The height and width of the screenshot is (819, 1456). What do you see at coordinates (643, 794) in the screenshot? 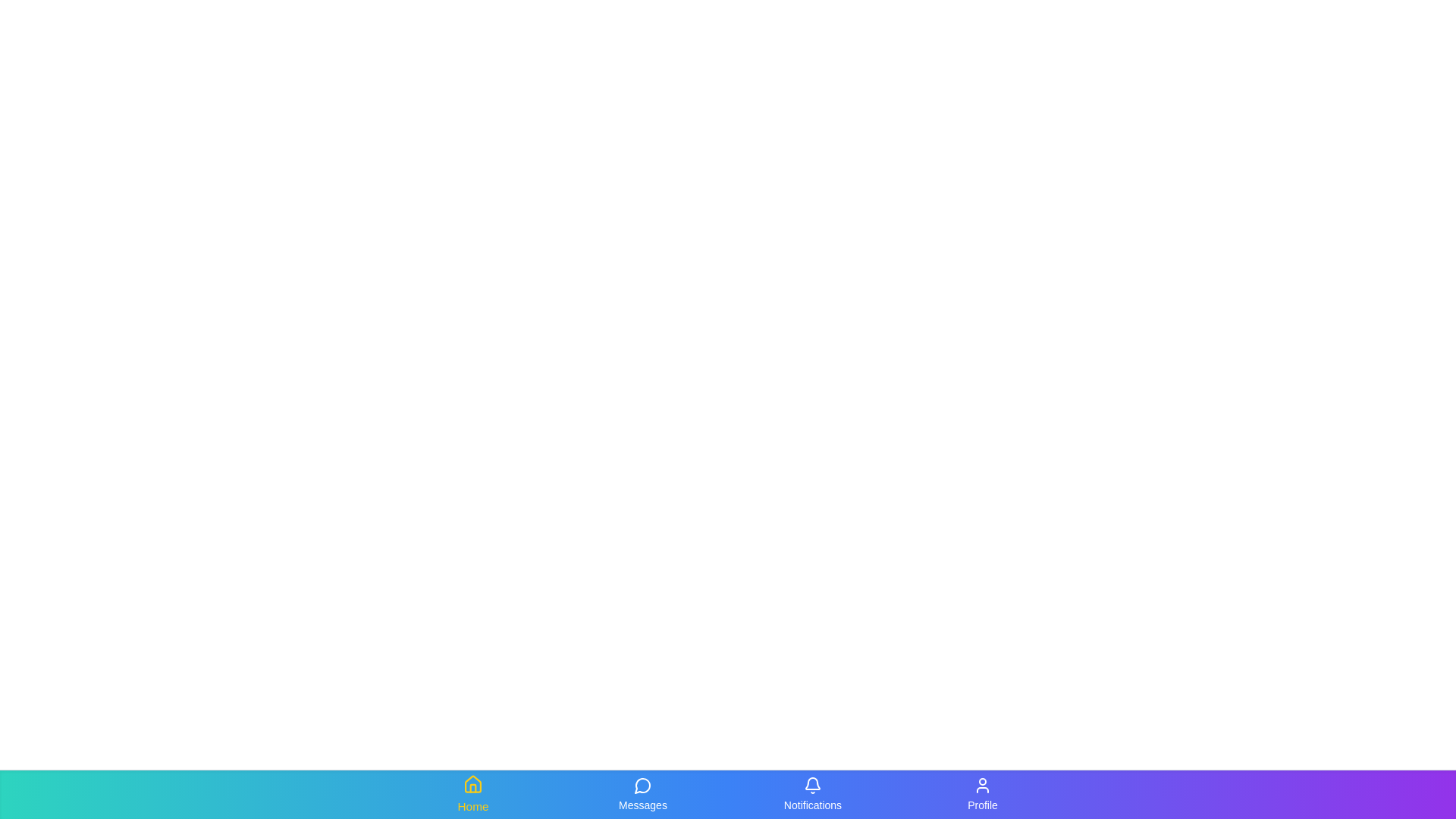
I see `the Messages tab from the navigation bar` at bounding box center [643, 794].